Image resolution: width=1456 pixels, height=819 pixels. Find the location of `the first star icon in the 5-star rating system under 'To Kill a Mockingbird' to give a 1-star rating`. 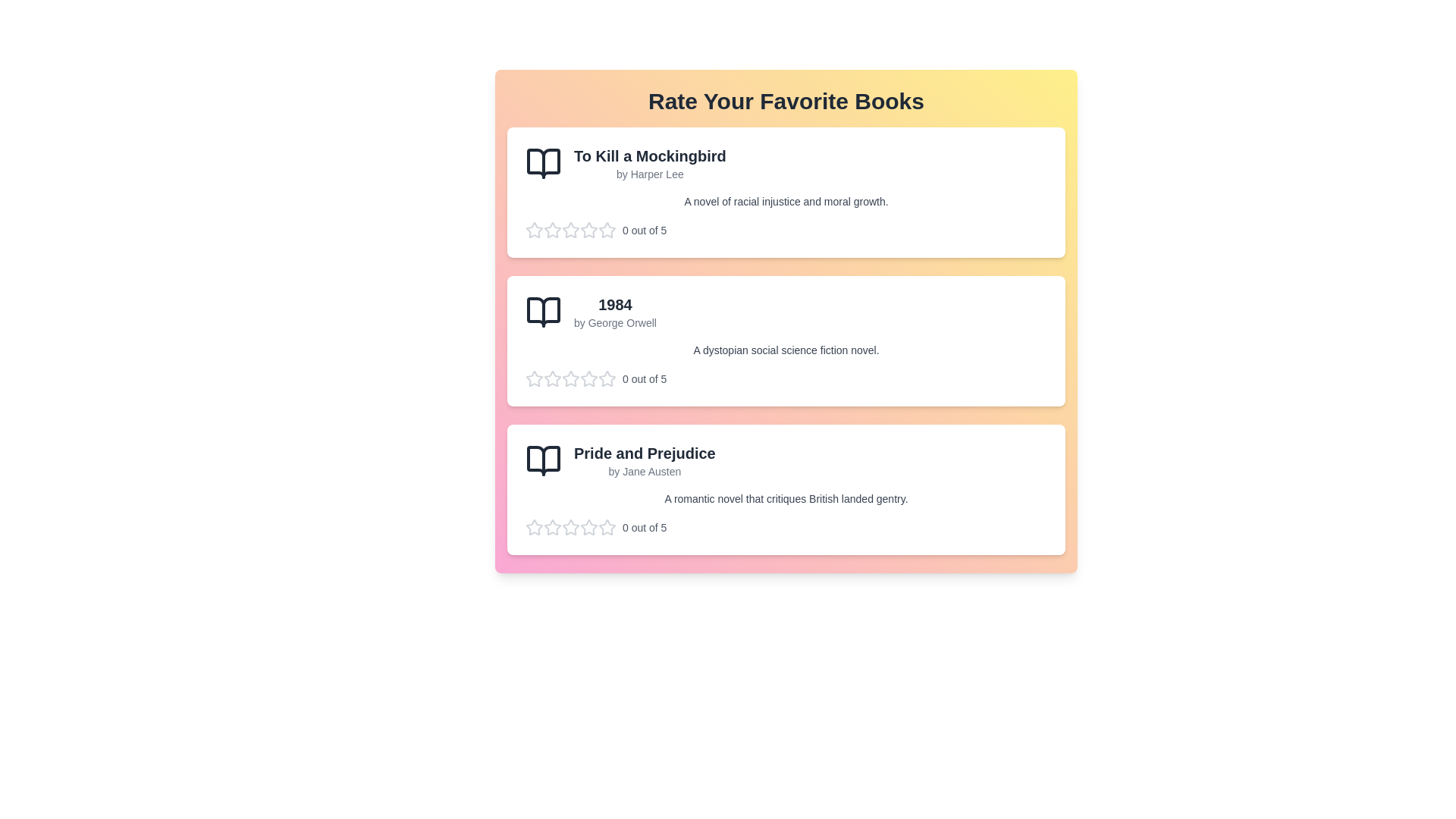

the first star icon in the 5-star rating system under 'To Kill a Mockingbird' to give a 1-star rating is located at coordinates (588, 230).